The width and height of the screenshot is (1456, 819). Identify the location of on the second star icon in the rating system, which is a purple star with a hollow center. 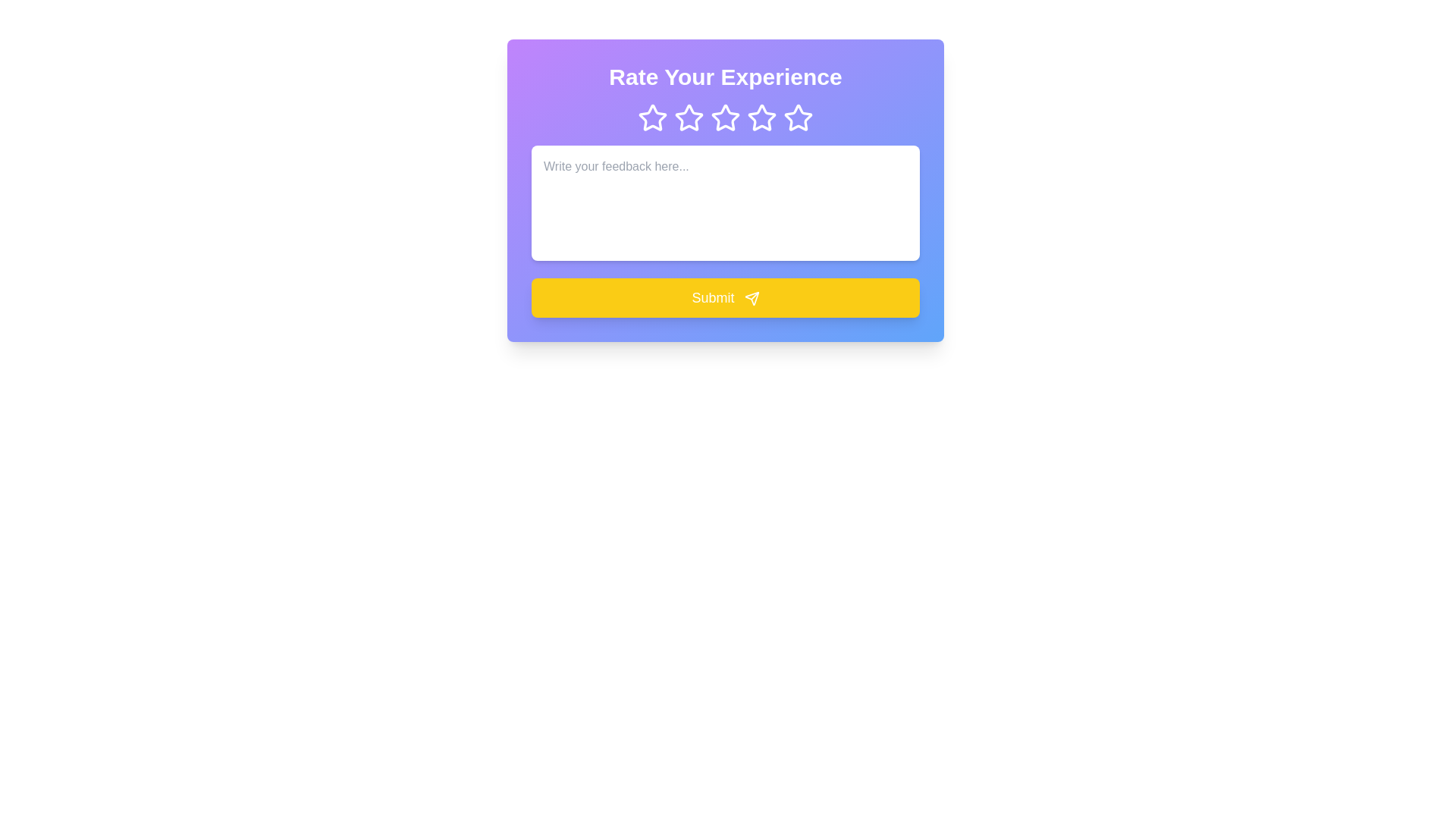
(687, 116).